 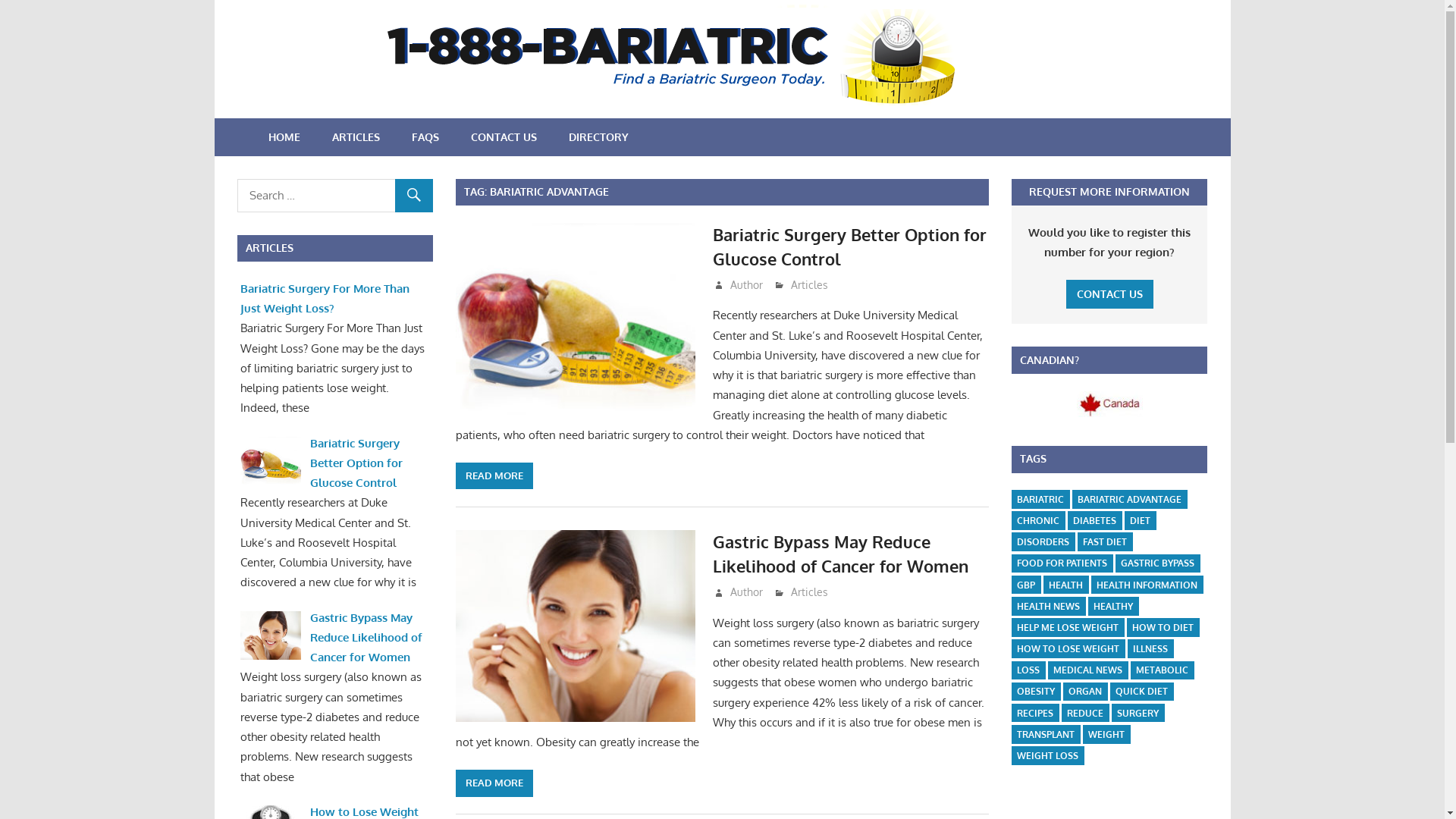 I want to click on 'HOW TO DIET', so click(x=1162, y=627).